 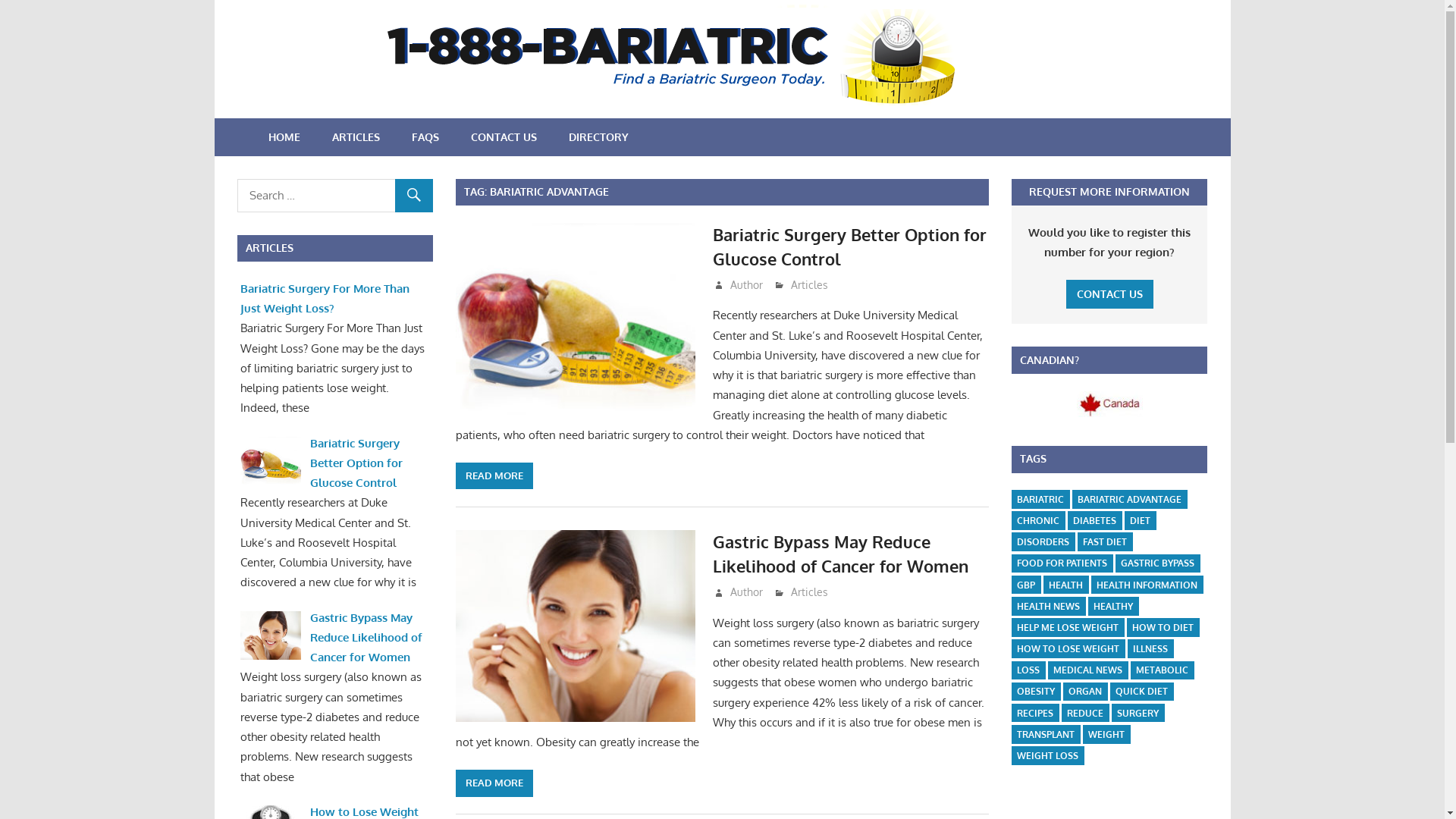 I want to click on 'HOW TO DIET', so click(x=1162, y=627).